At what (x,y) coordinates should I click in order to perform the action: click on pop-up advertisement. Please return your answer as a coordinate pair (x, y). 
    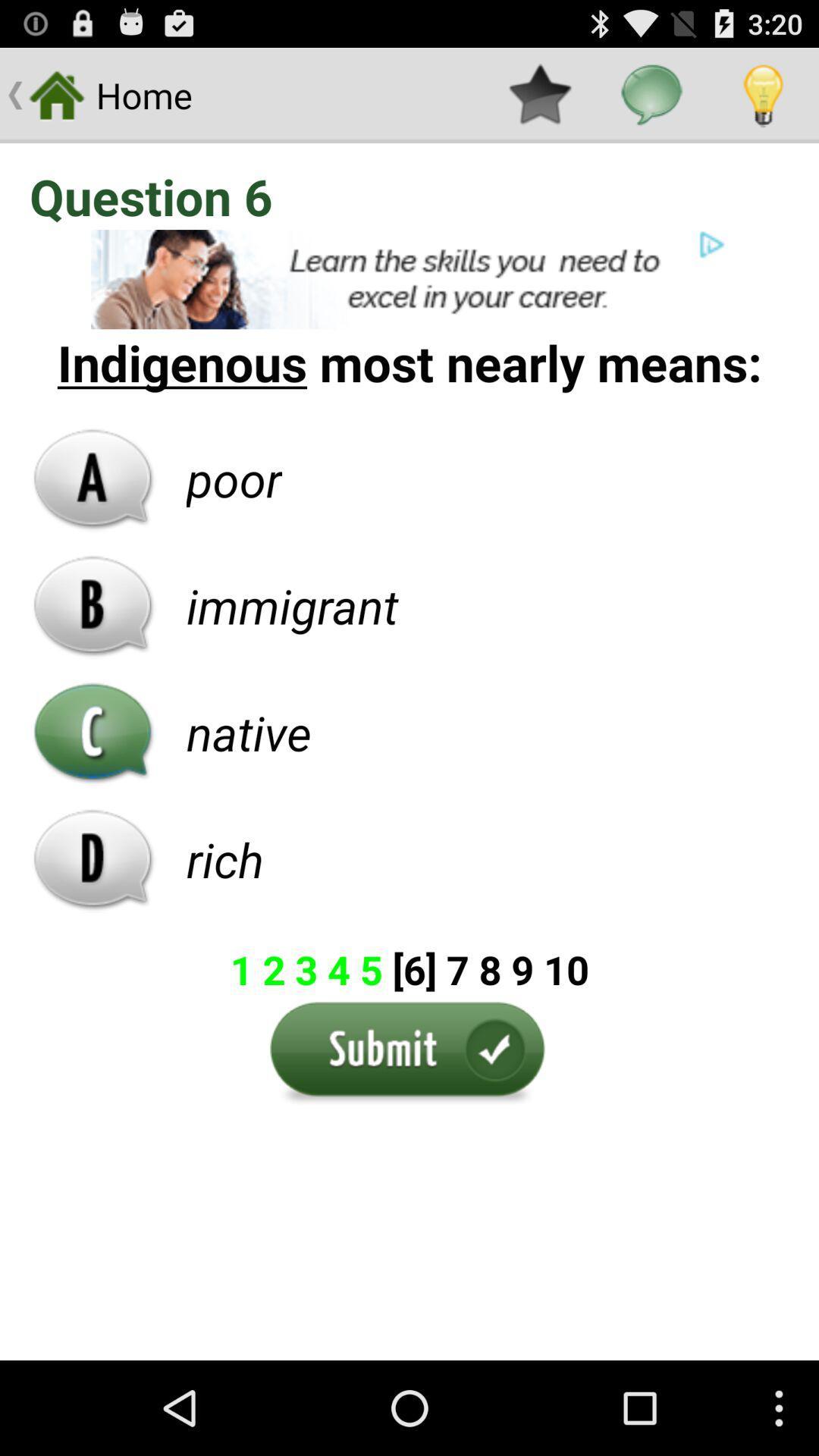
    Looking at the image, I should click on (409, 279).